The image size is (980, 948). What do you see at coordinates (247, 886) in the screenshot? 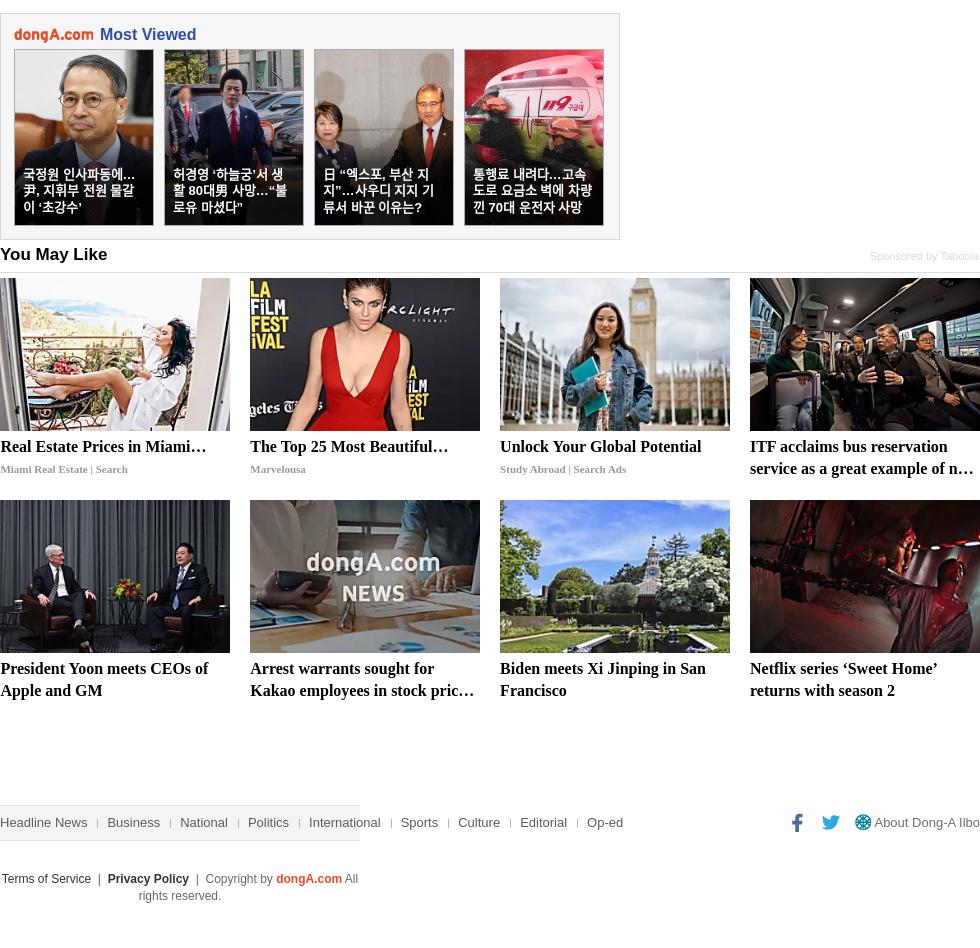
I see `'All rights reserved.'` at bounding box center [247, 886].